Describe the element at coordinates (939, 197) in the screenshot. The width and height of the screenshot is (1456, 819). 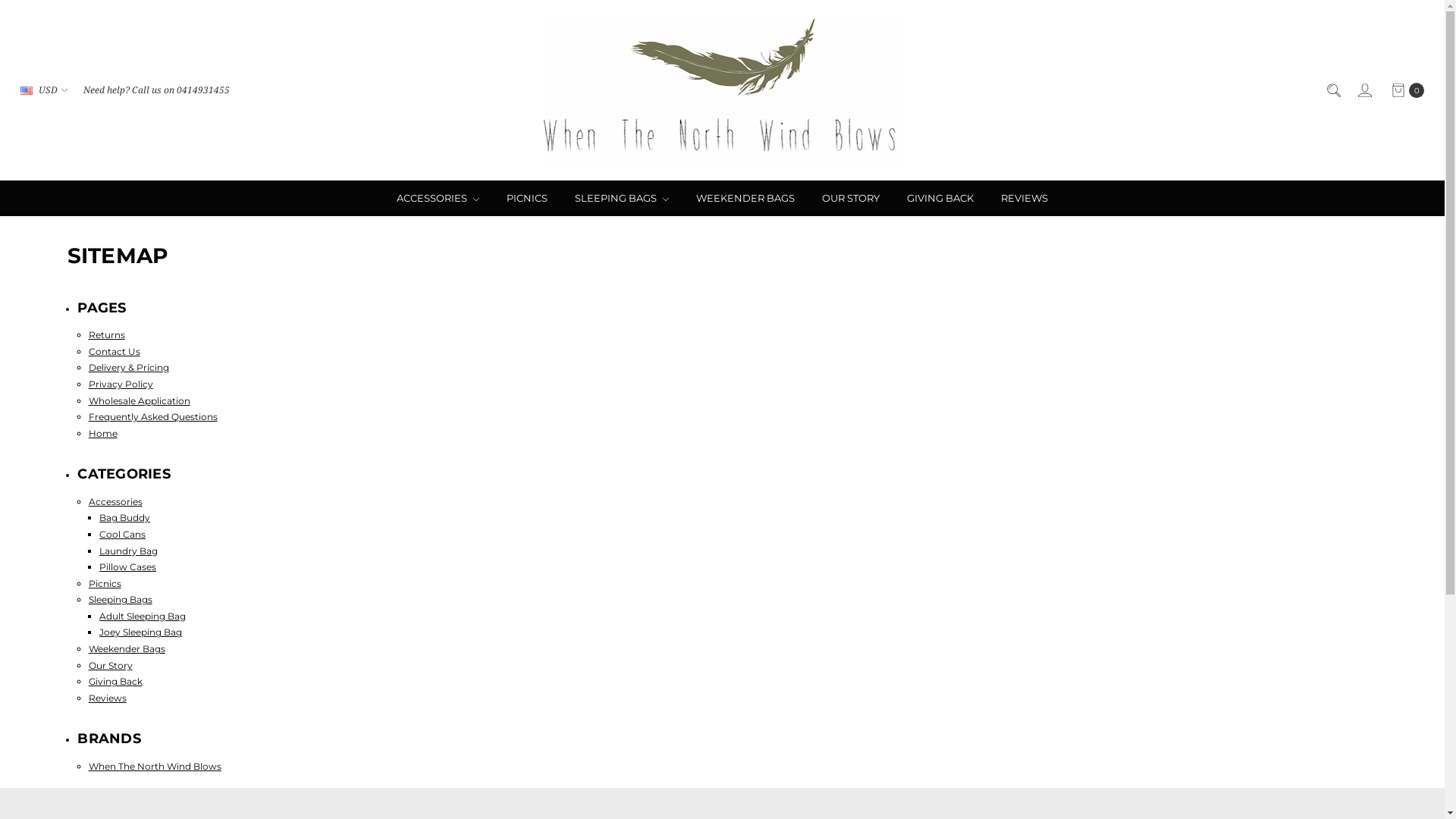
I see `'GIVING BACK'` at that location.